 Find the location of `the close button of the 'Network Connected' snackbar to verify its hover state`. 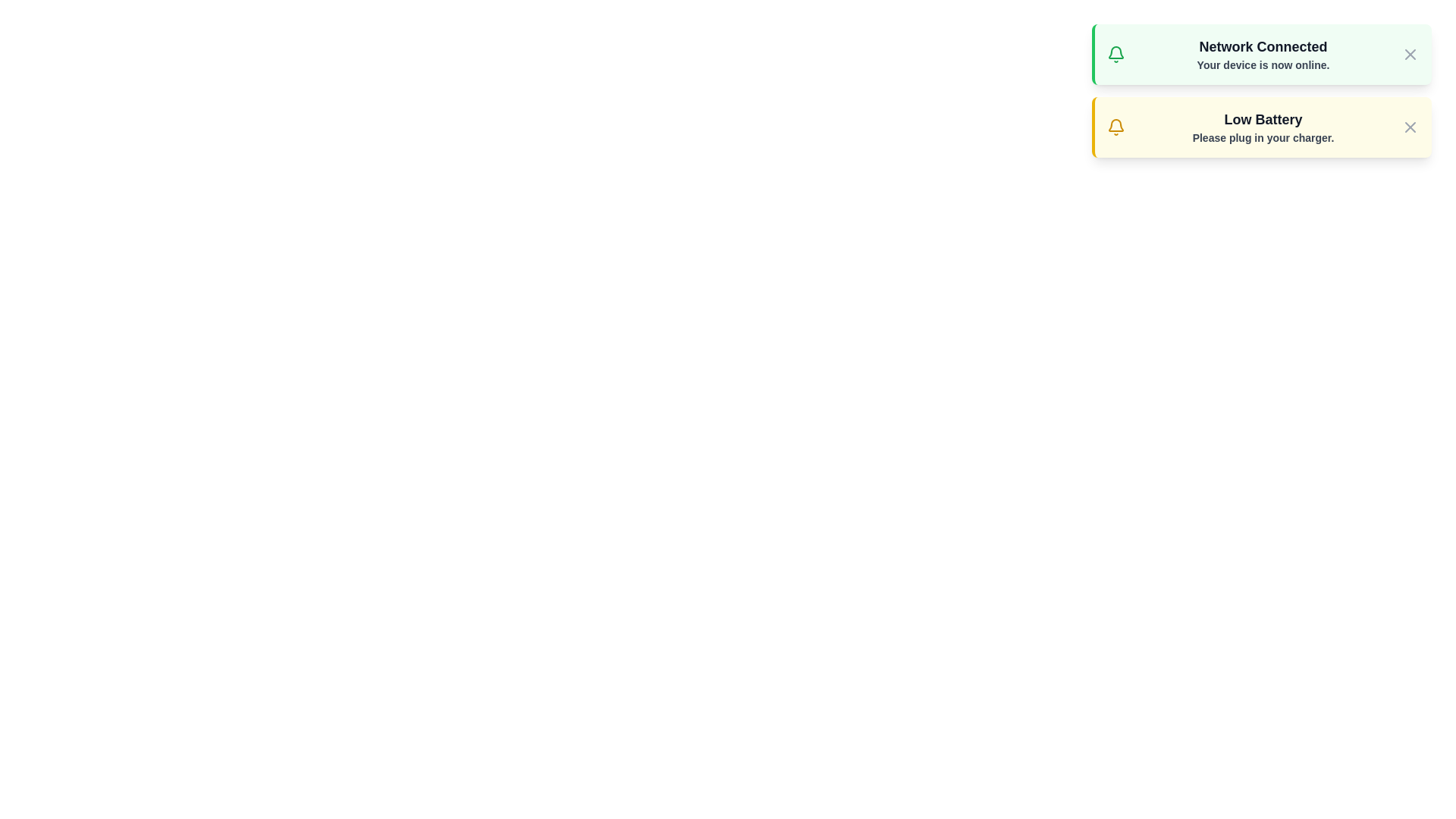

the close button of the 'Network Connected' snackbar to verify its hover state is located at coordinates (1410, 54).